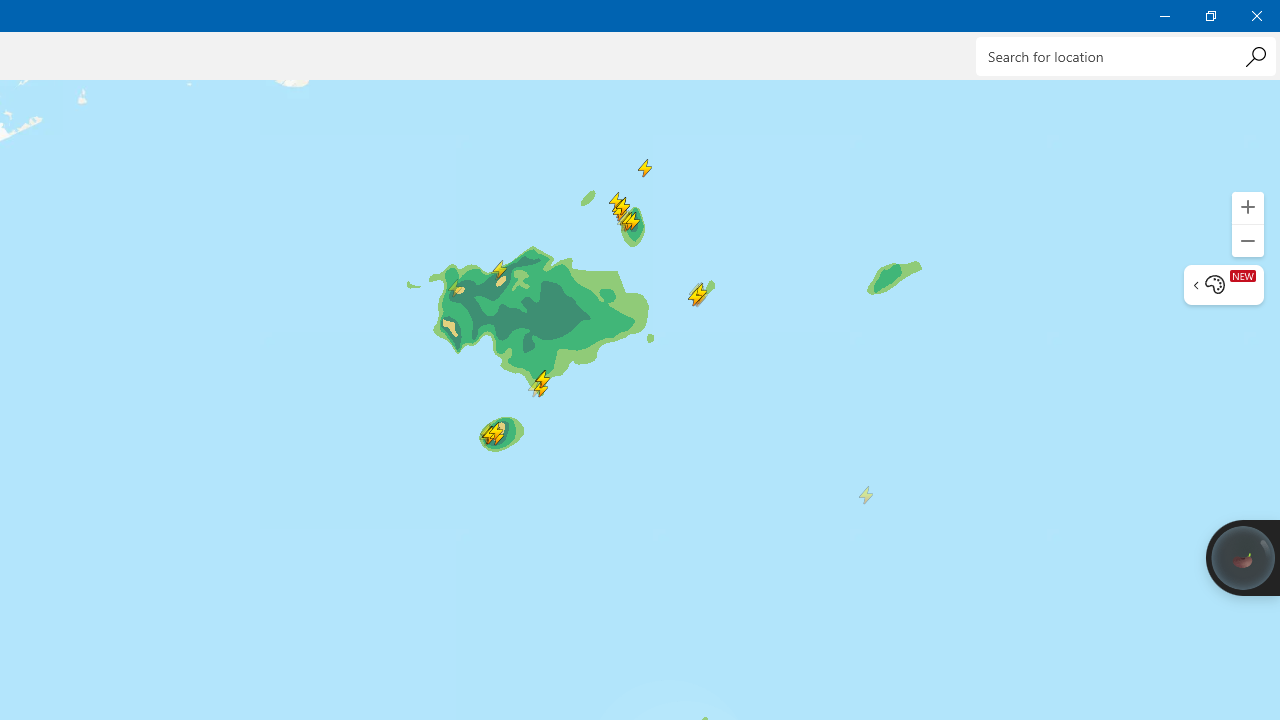  Describe the element at coordinates (1255, 15) in the screenshot. I see `'Close Weather'` at that location.